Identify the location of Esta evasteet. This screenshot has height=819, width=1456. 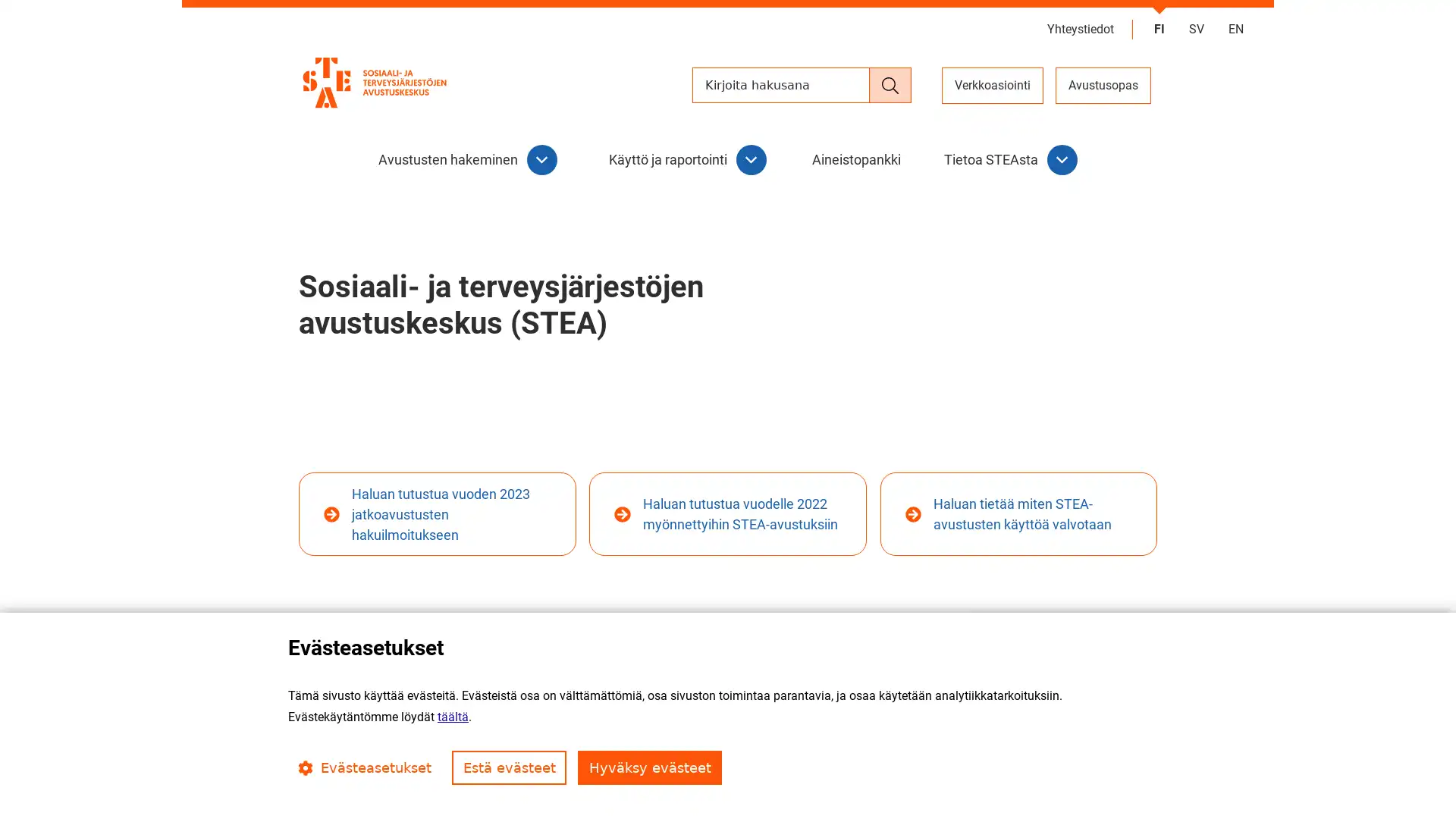
(509, 767).